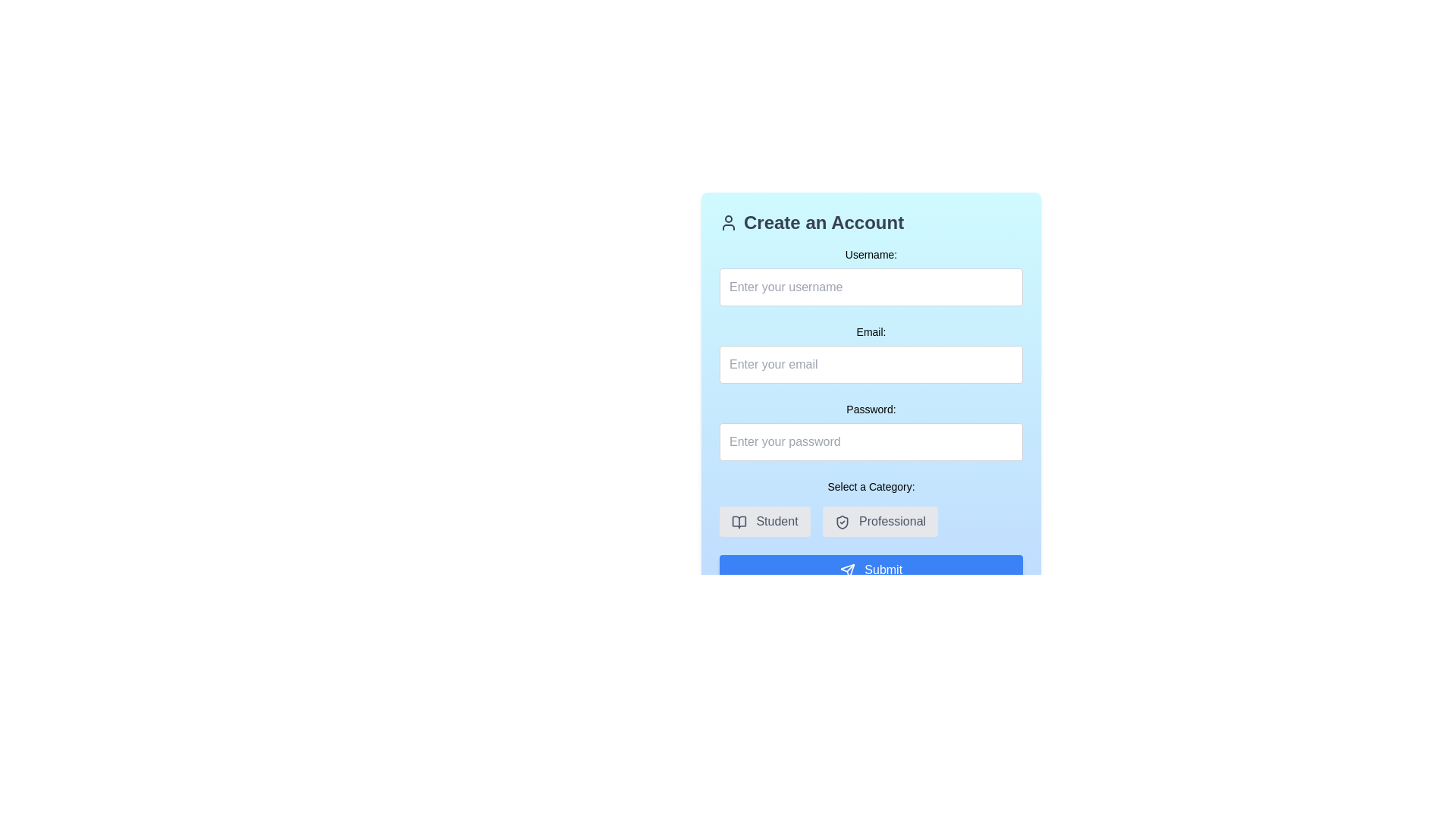 The height and width of the screenshot is (819, 1456). What do you see at coordinates (728, 222) in the screenshot?
I see `the user profile icon, which is an abstract line drawing of a person with a circular head and rounded torso, positioned before the 'Create an Account' heading` at bounding box center [728, 222].